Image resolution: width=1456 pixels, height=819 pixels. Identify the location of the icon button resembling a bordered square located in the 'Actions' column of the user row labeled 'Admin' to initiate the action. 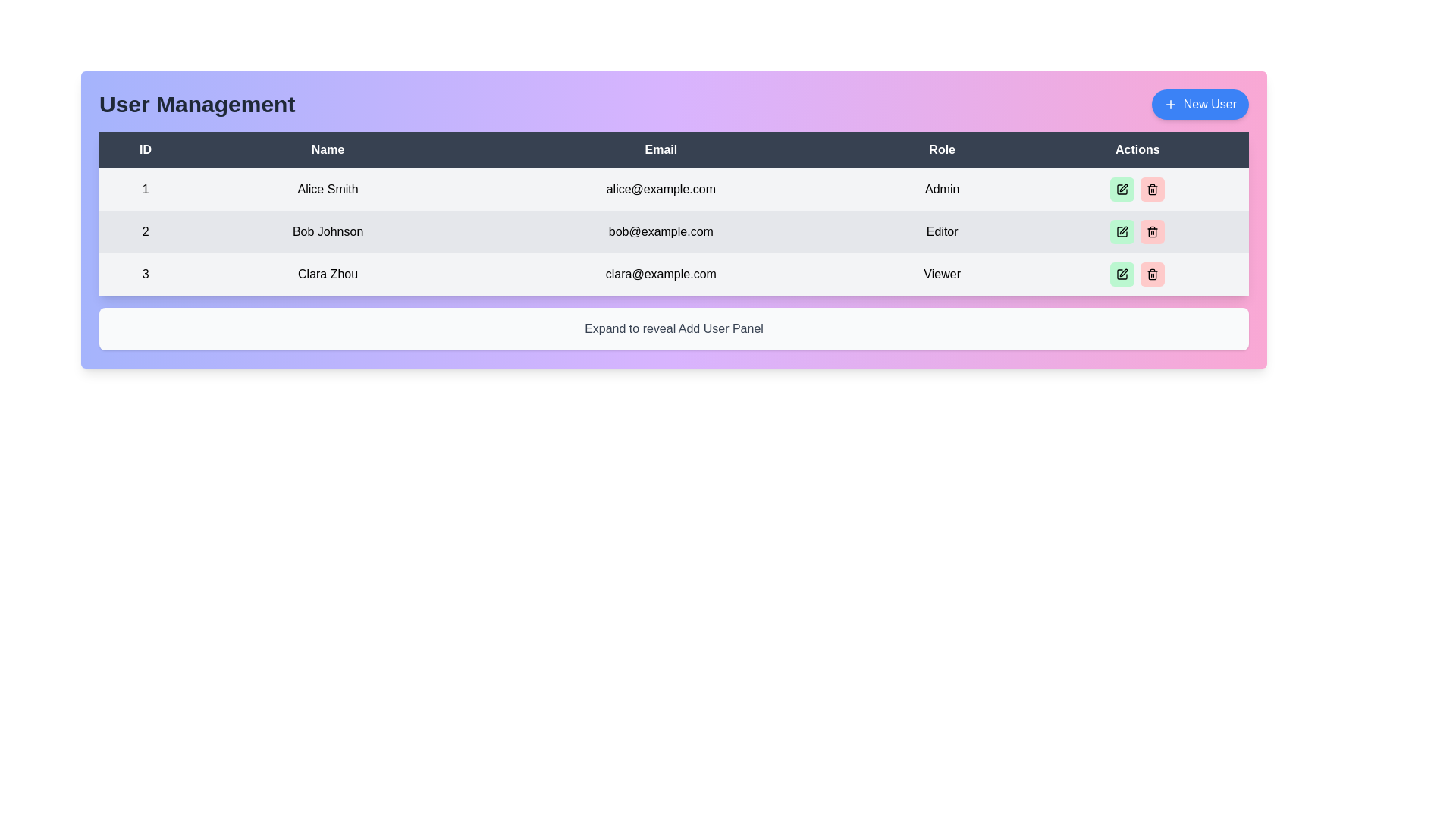
(1122, 189).